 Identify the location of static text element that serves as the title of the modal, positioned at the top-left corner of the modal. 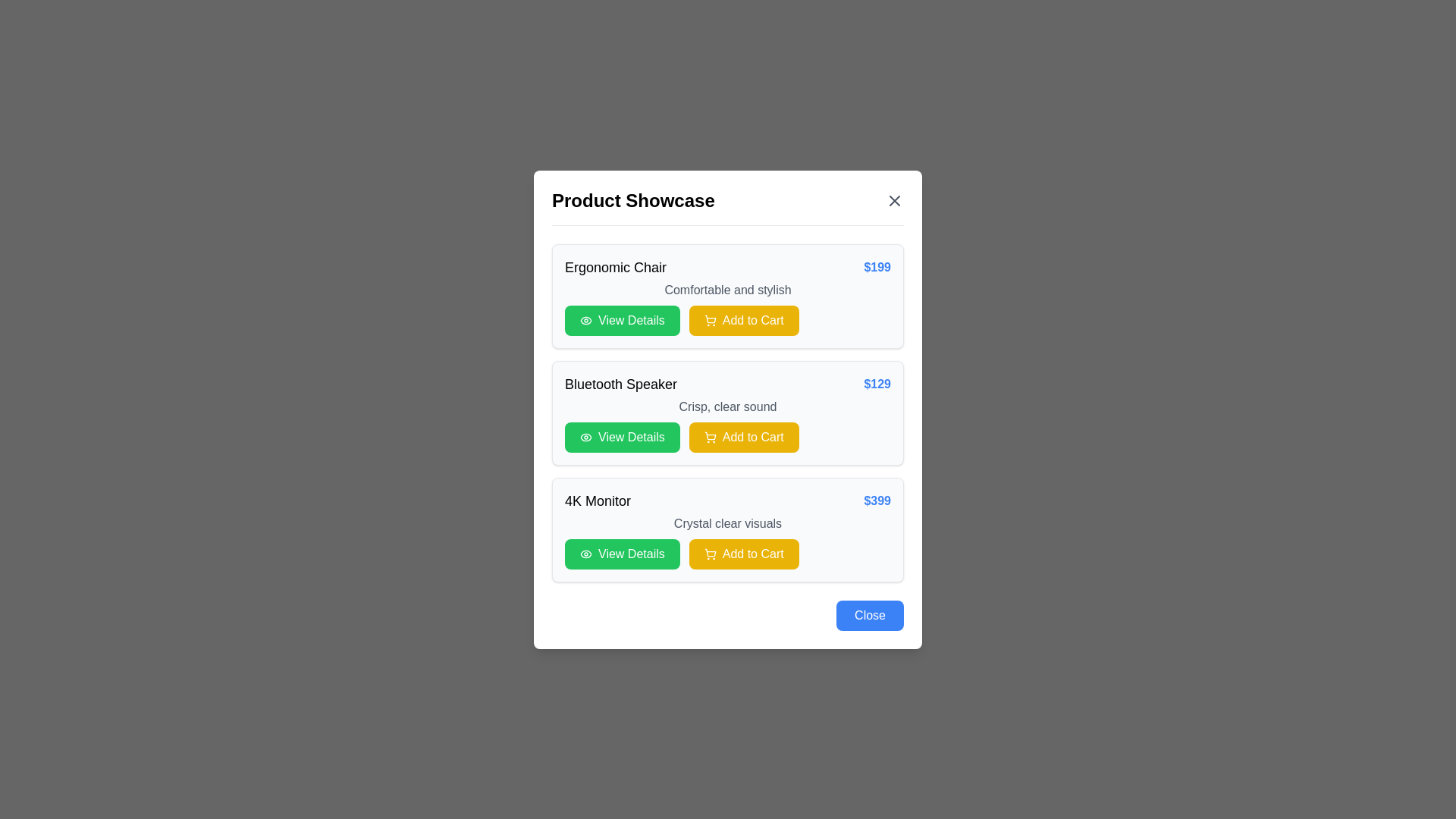
(633, 199).